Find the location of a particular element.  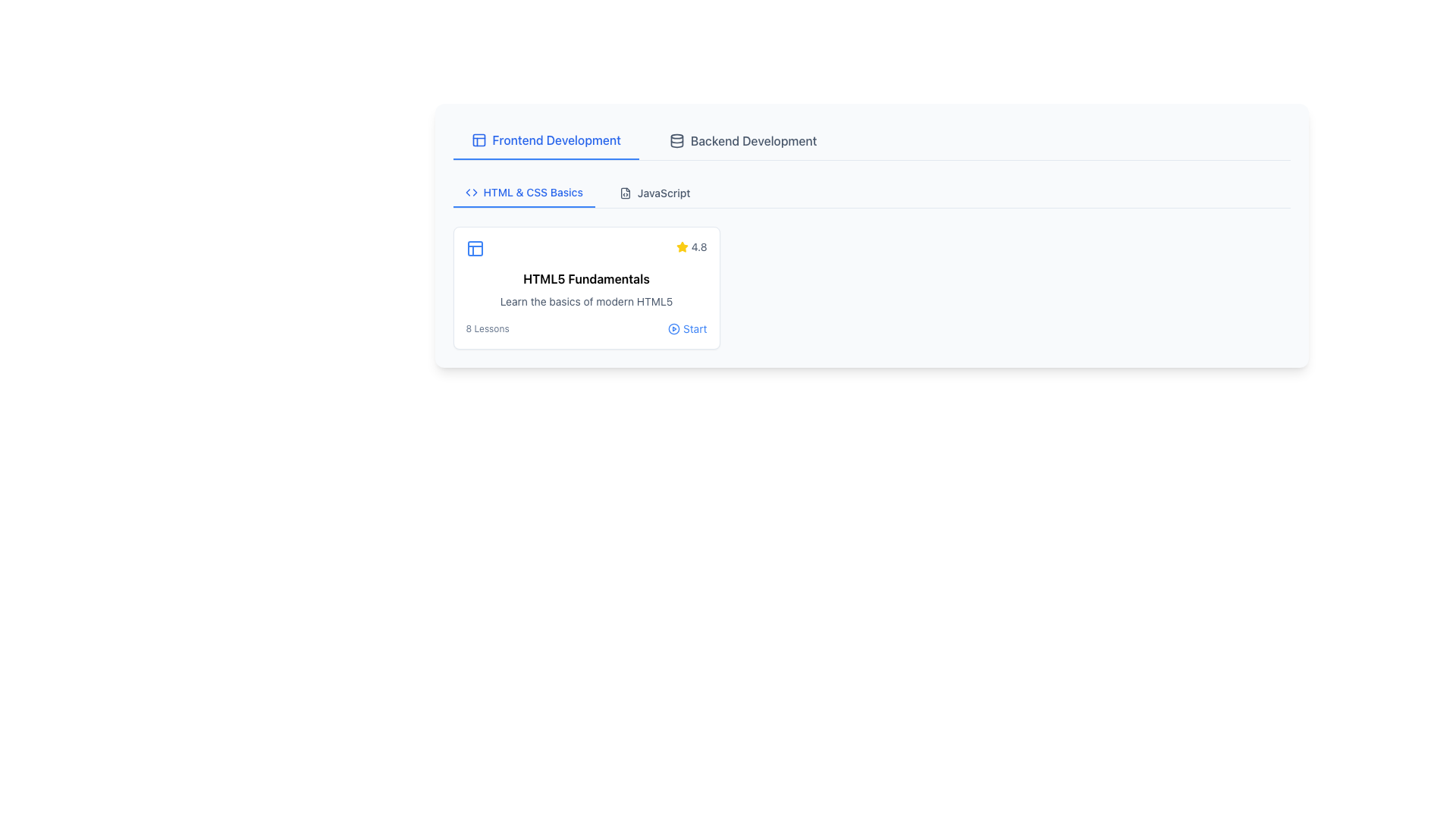

text that provides a brief description or summary about the HTML5 Fundamentals course, which is located beneath the title text 'HTML5 Fundamentals' is located at coordinates (585, 301).